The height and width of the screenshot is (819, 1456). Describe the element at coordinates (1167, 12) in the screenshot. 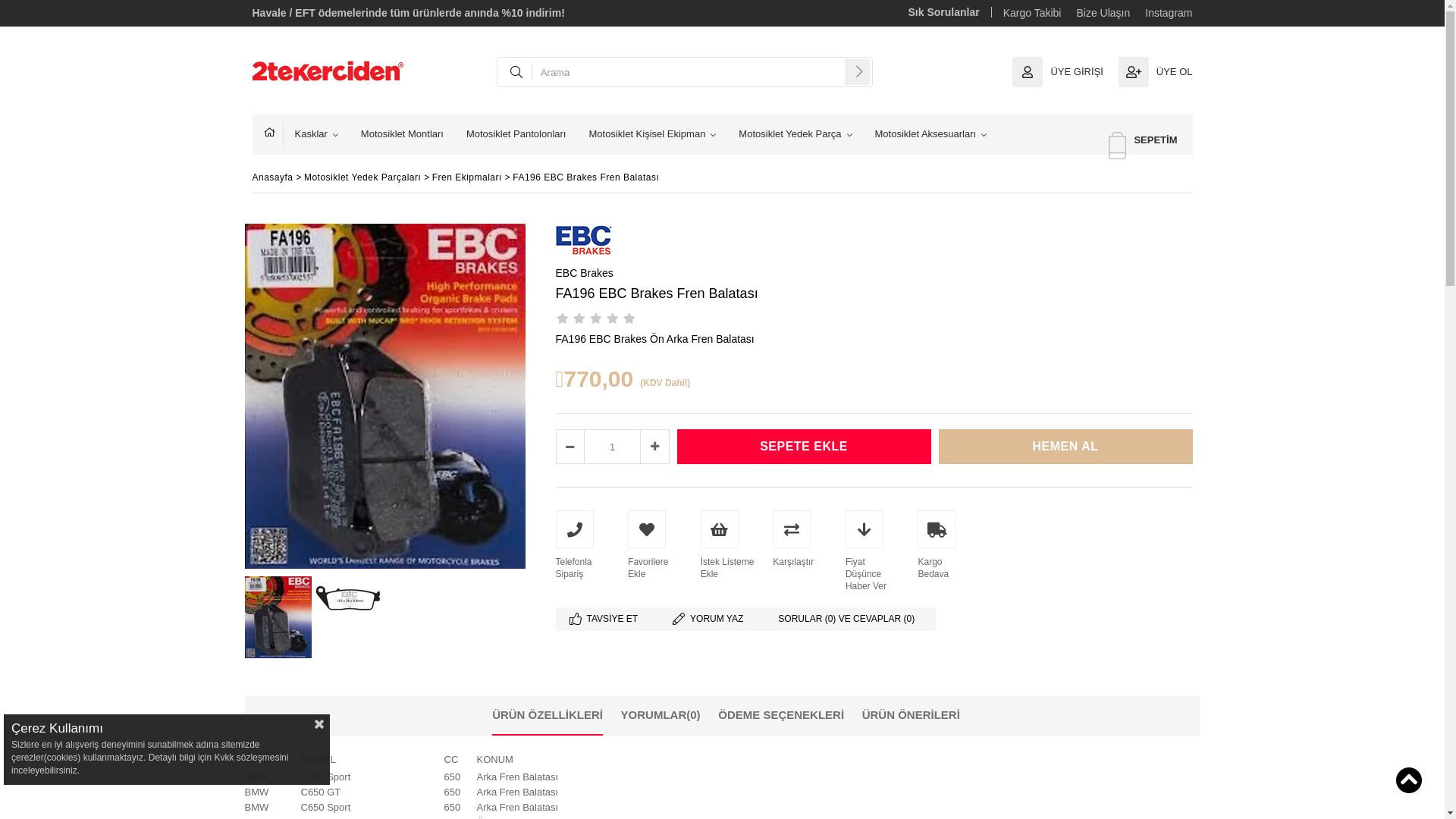

I see `'Instagram'` at that location.